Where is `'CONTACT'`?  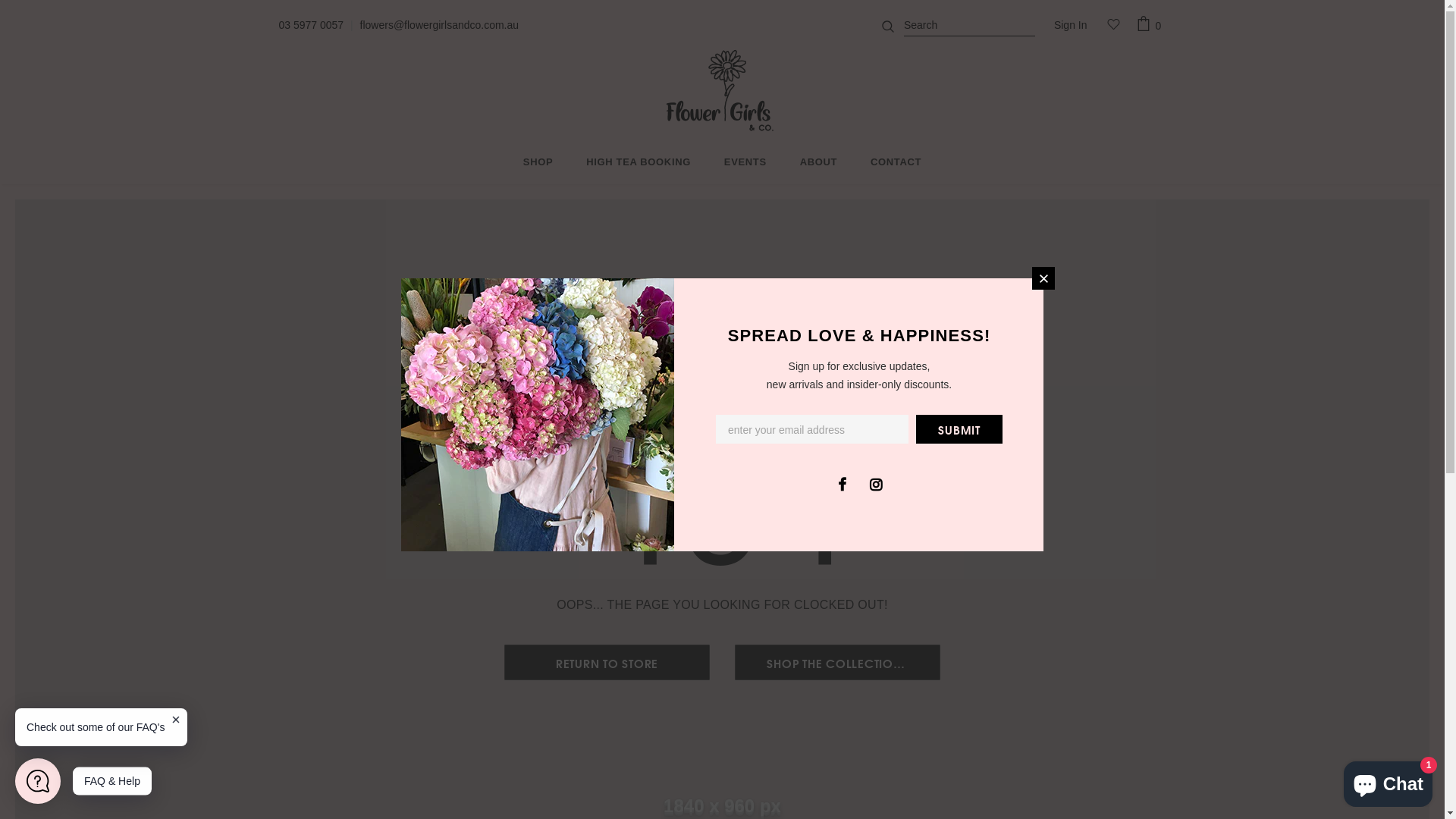 'CONTACT' is located at coordinates (896, 164).